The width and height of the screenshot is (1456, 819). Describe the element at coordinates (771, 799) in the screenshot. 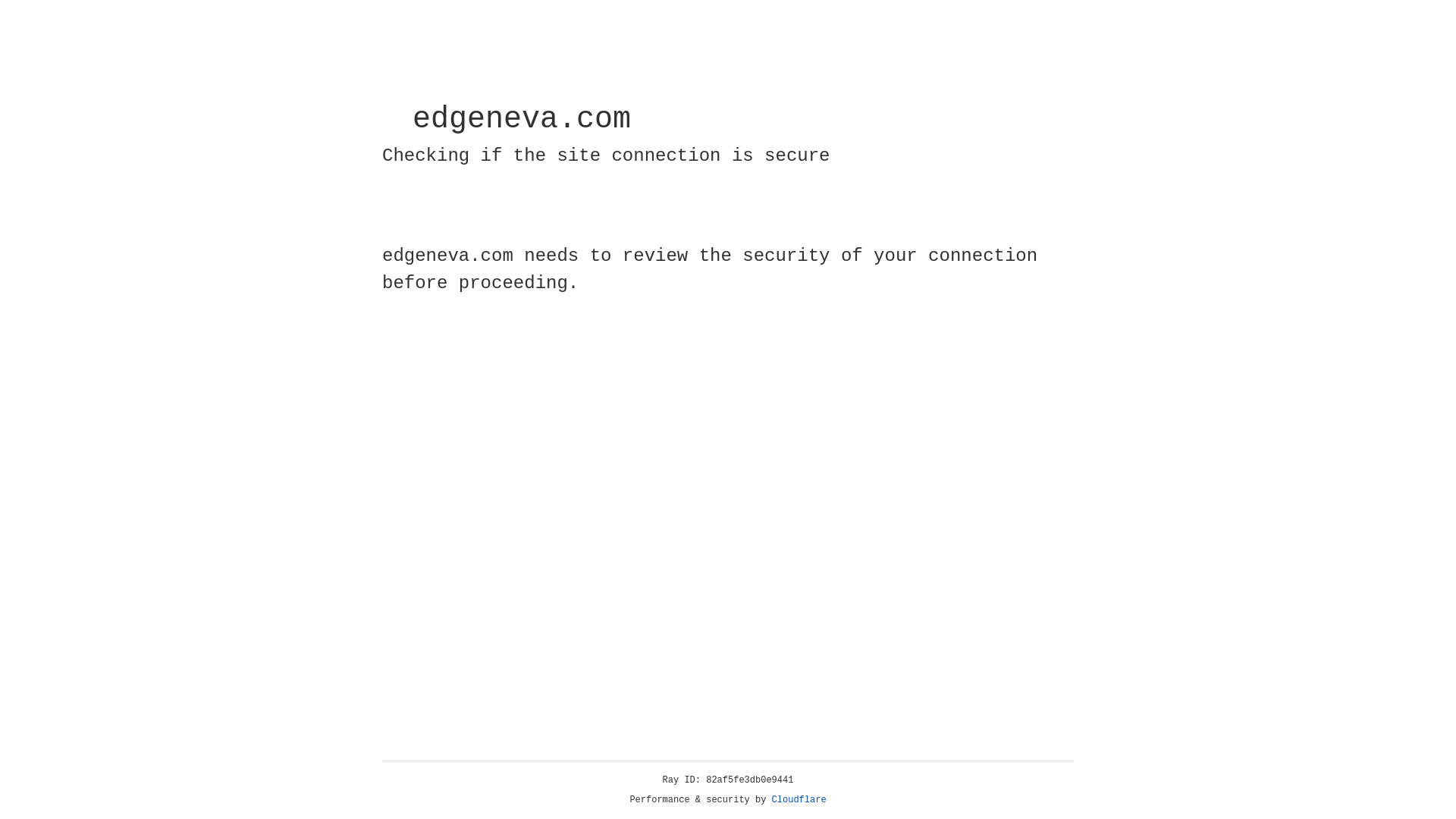

I see `'Cloudflare'` at that location.